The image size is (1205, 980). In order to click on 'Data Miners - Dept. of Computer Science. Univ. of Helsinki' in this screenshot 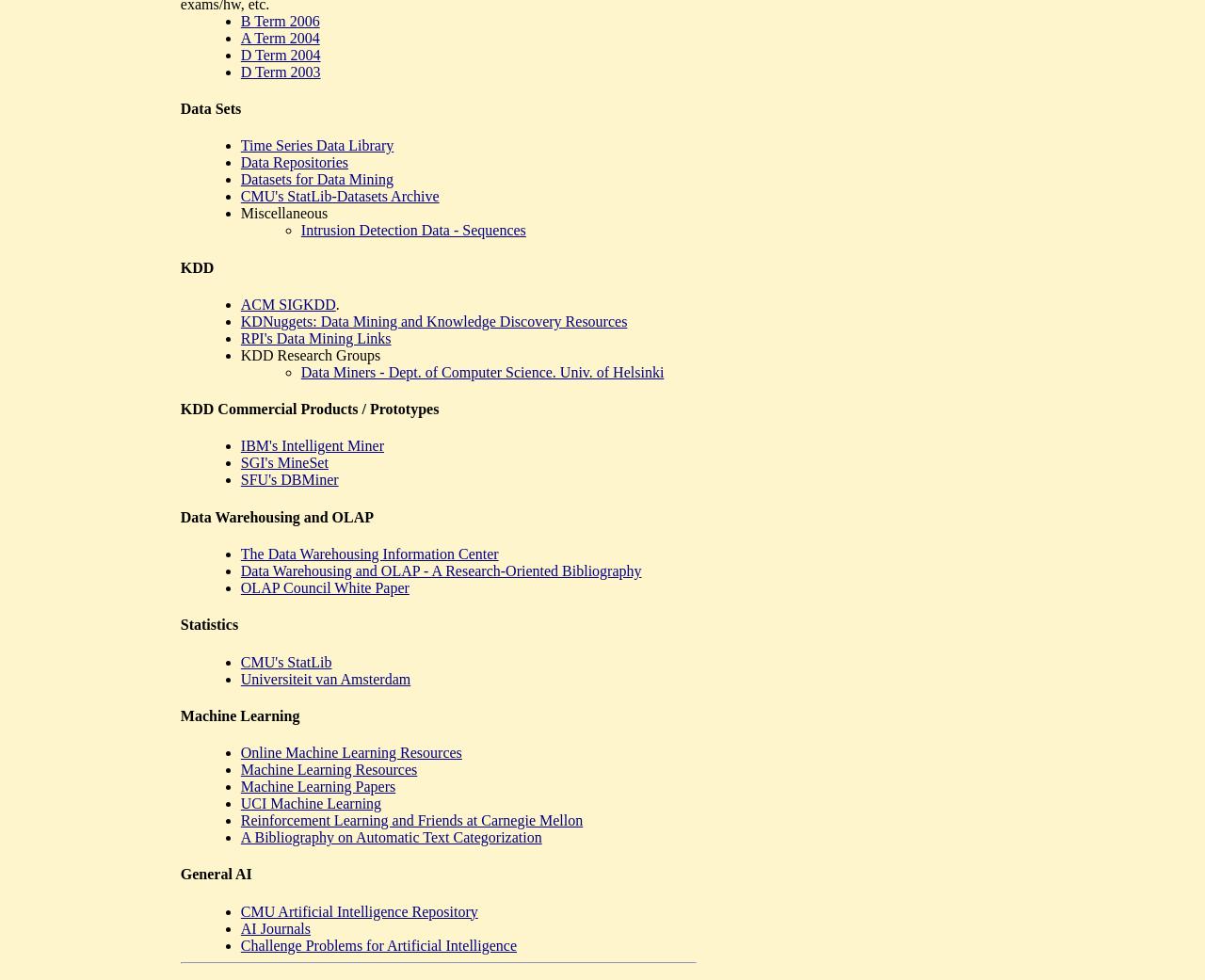, I will do `click(482, 371)`.